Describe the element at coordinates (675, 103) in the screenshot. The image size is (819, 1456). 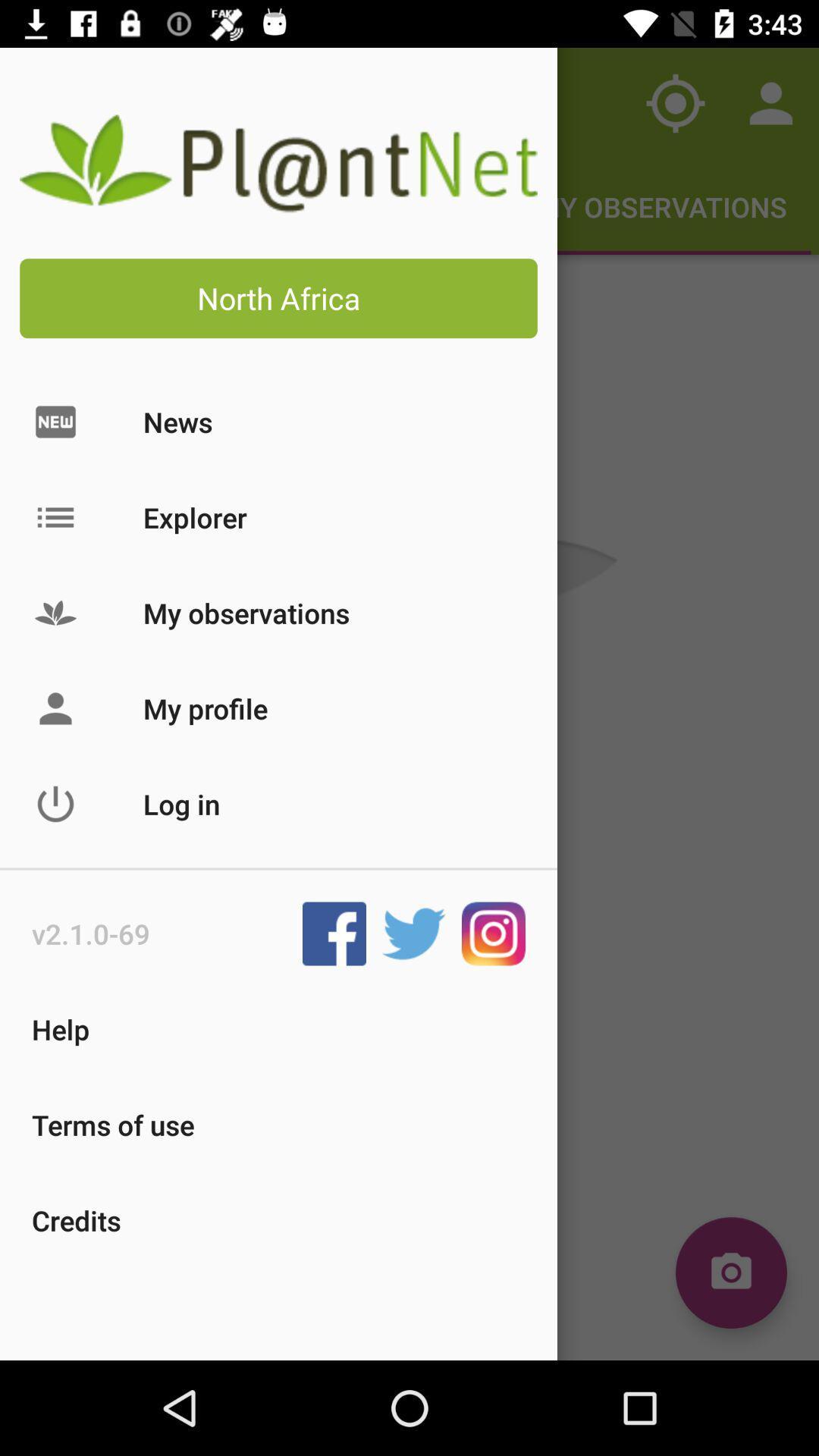
I see `the current location icon` at that location.